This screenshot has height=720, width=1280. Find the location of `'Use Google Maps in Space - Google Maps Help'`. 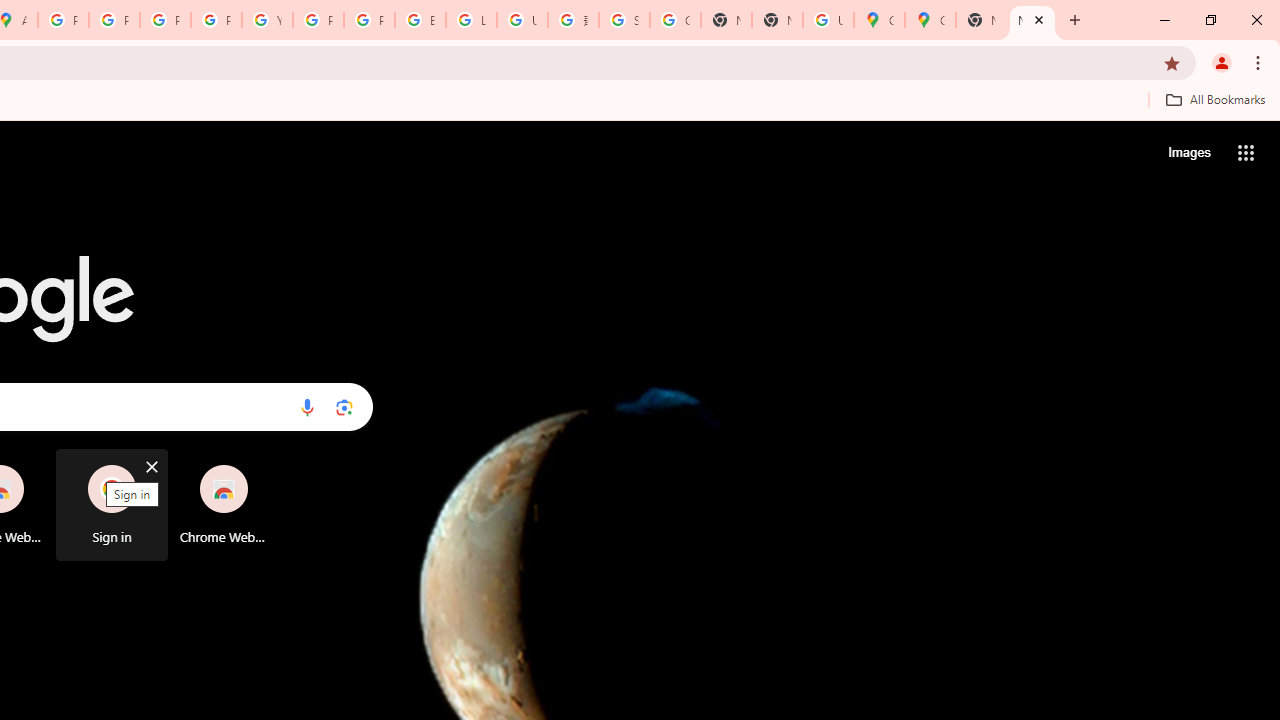

'Use Google Maps in Space - Google Maps Help' is located at coordinates (828, 20).